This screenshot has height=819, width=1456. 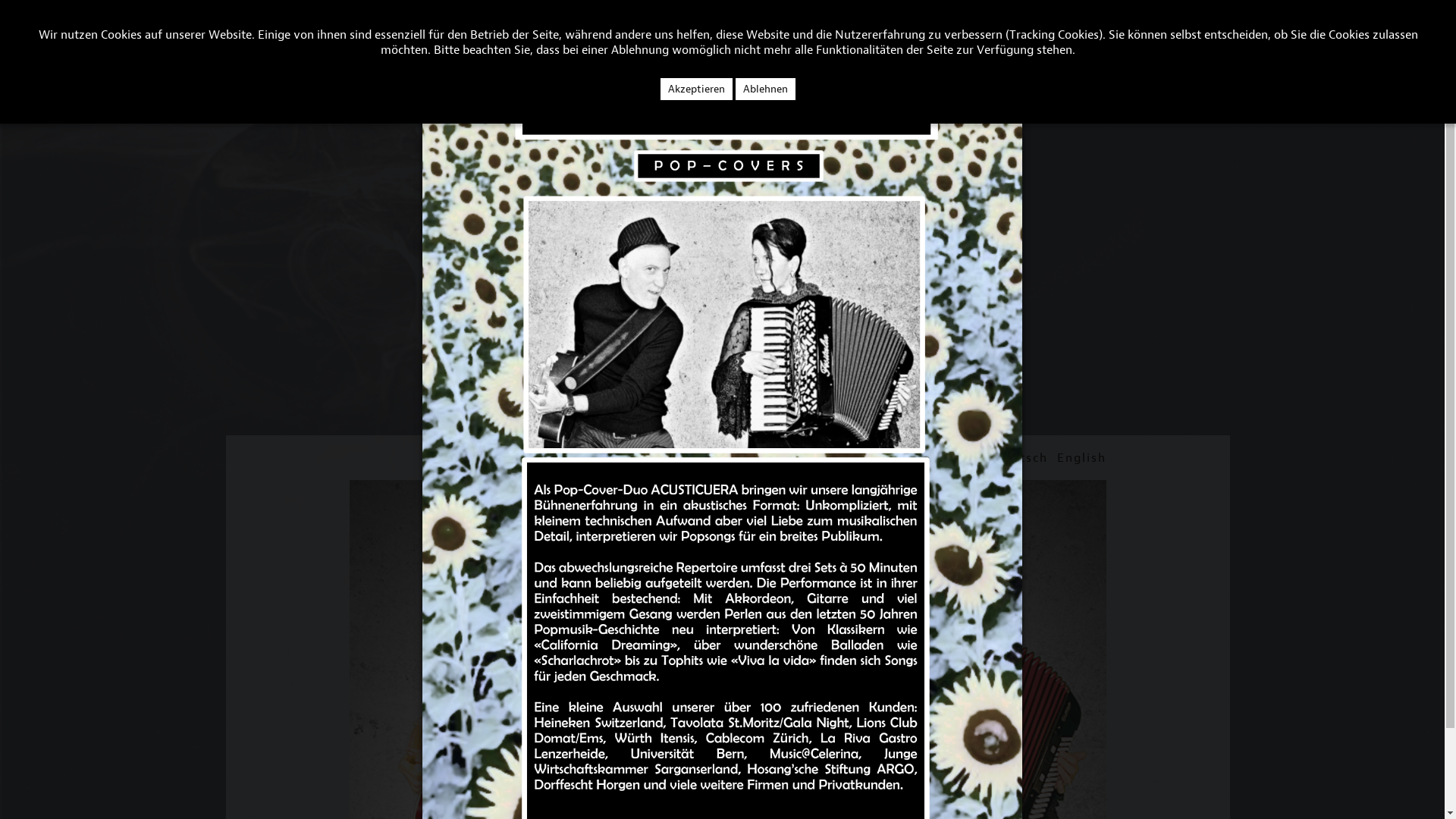 I want to click on 'Ablehnen', so click(x=765, y=89).